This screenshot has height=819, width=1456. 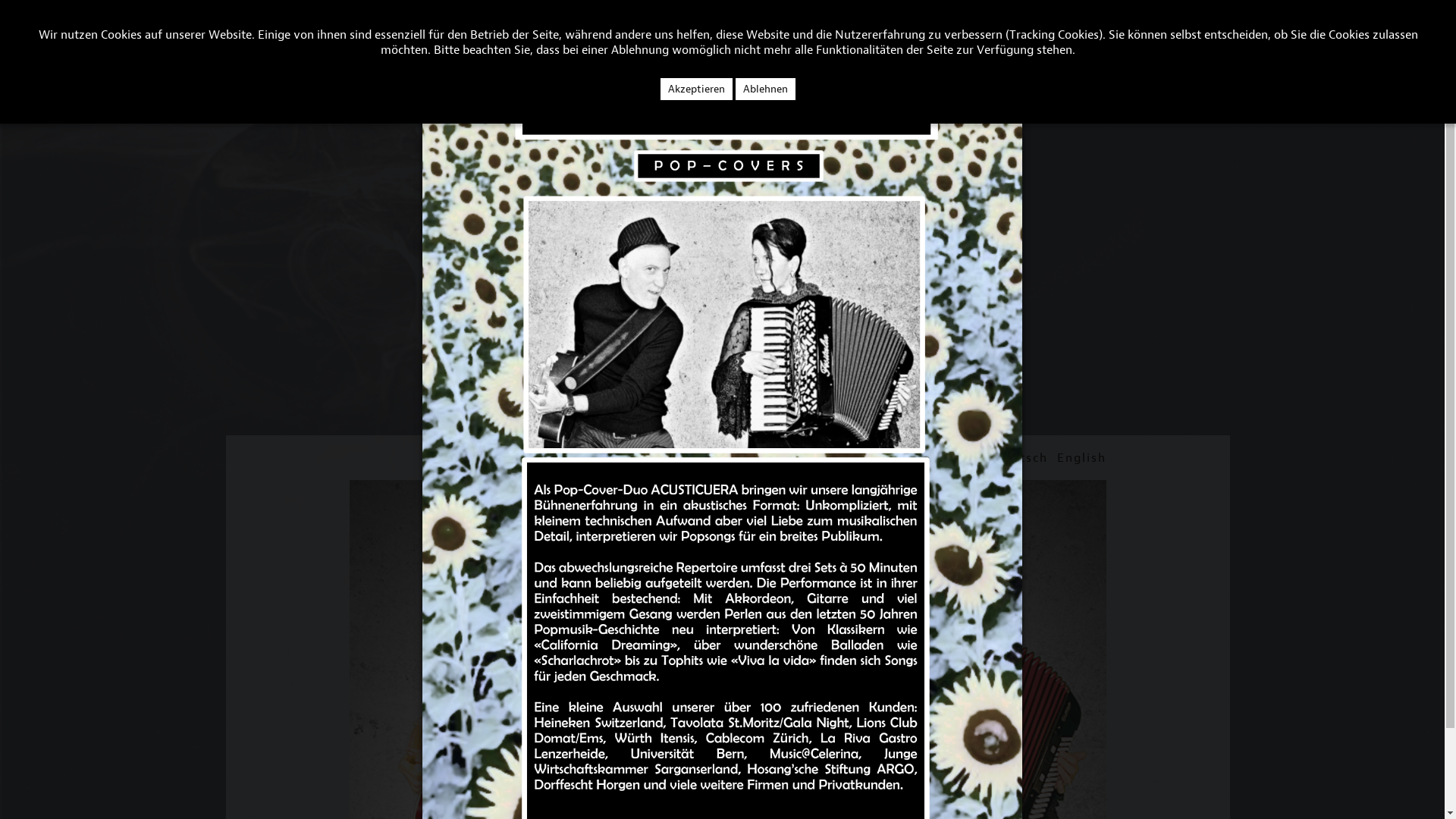 I want to click on 'Ablehnen', so click(x=765, y=89).